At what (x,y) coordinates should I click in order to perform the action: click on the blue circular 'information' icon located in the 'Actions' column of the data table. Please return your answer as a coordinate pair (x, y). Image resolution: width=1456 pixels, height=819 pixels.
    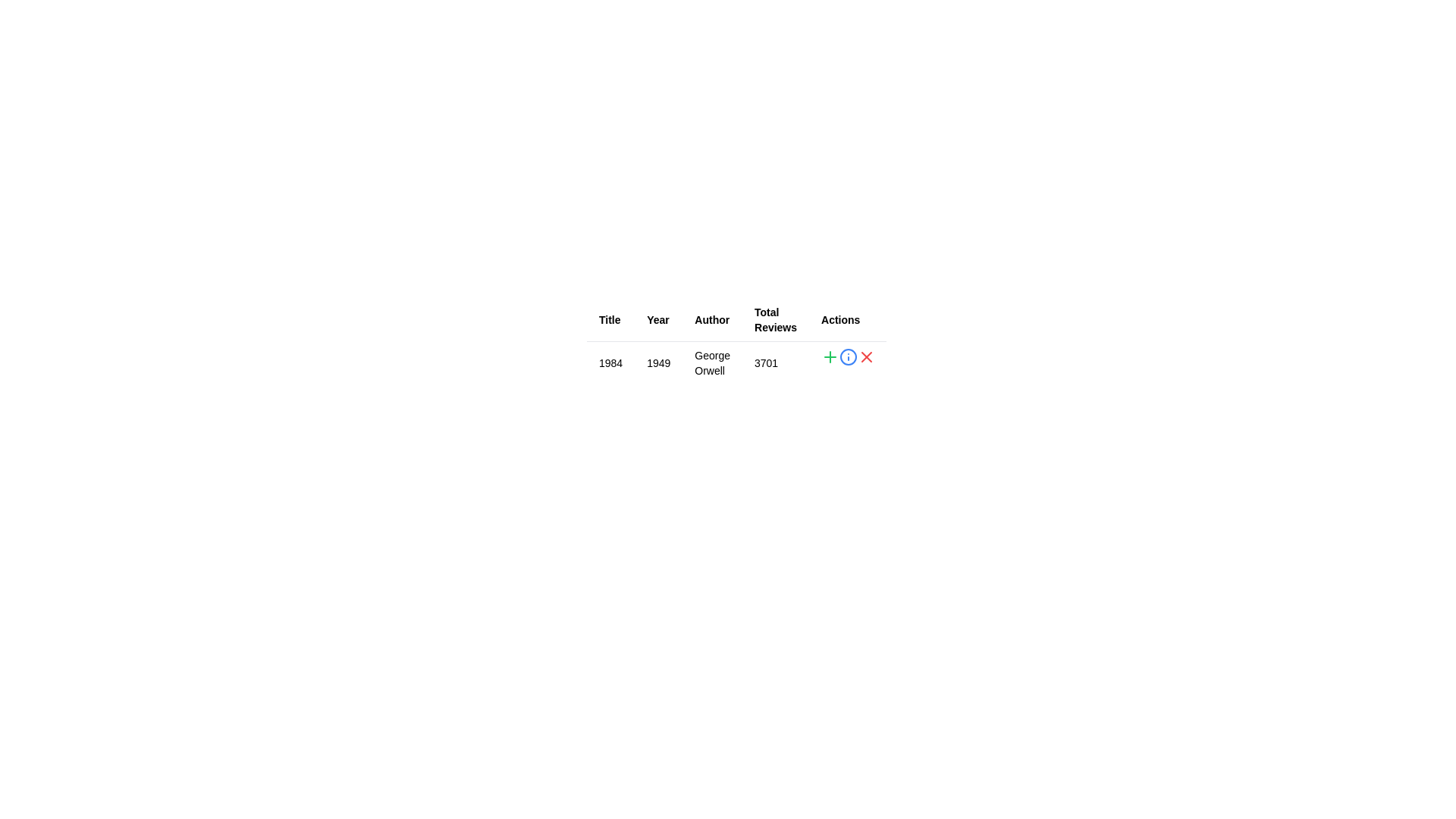
    Looking at the image, I should click on (847, 356).